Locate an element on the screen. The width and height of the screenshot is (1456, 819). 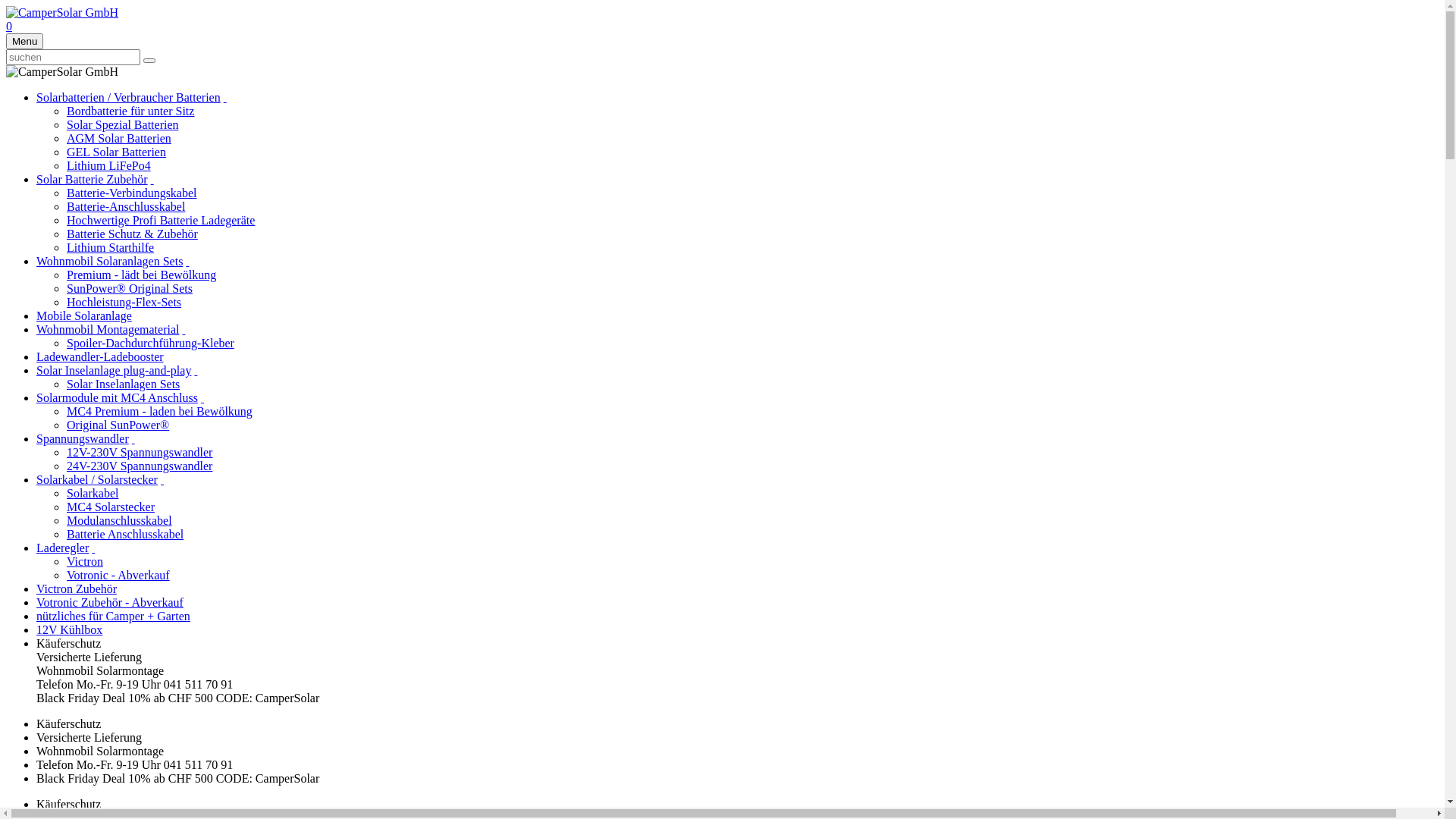
' ' is located at coordinates (152, 178).